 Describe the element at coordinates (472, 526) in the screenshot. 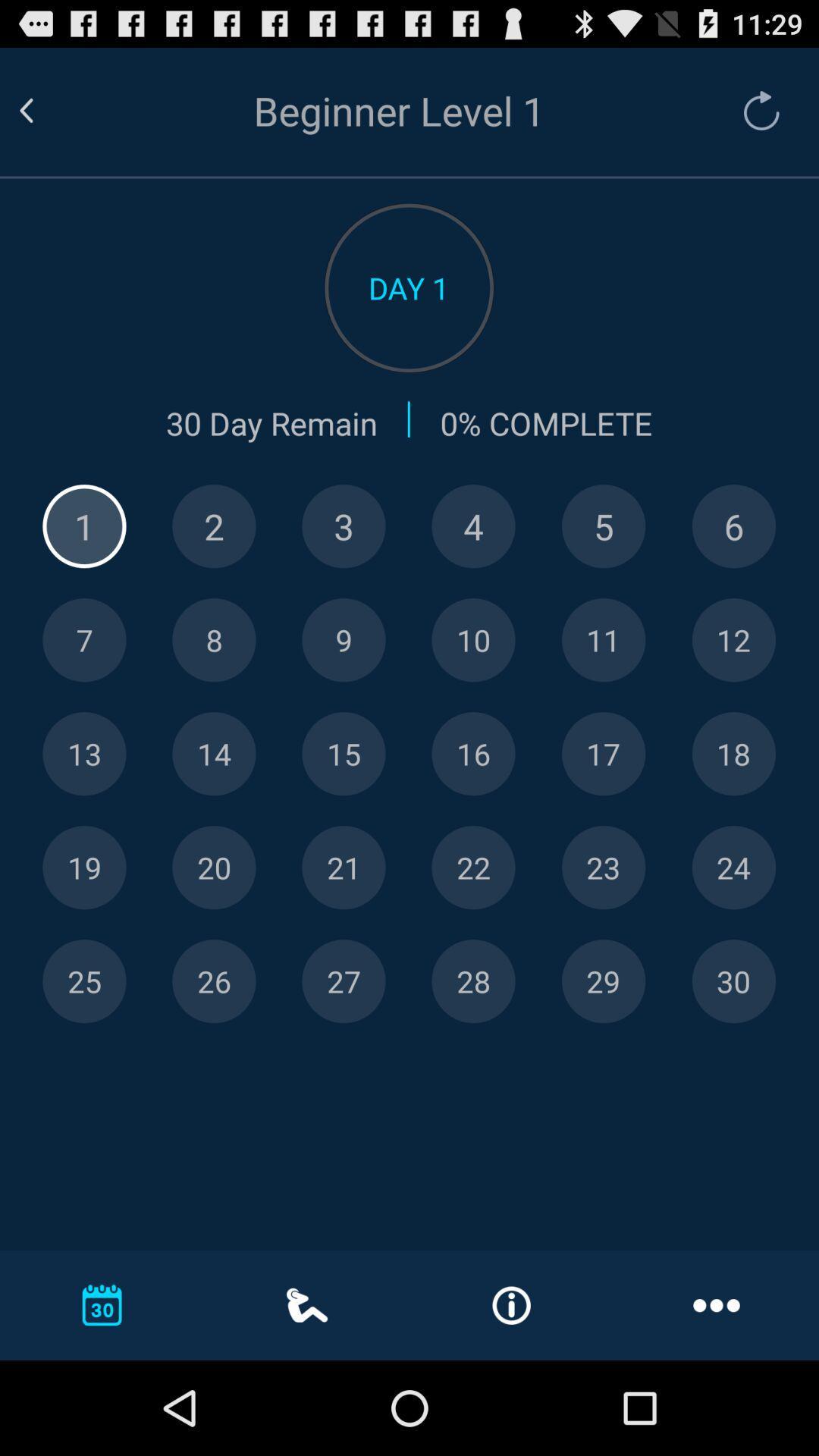

I see `day 4` at that location.